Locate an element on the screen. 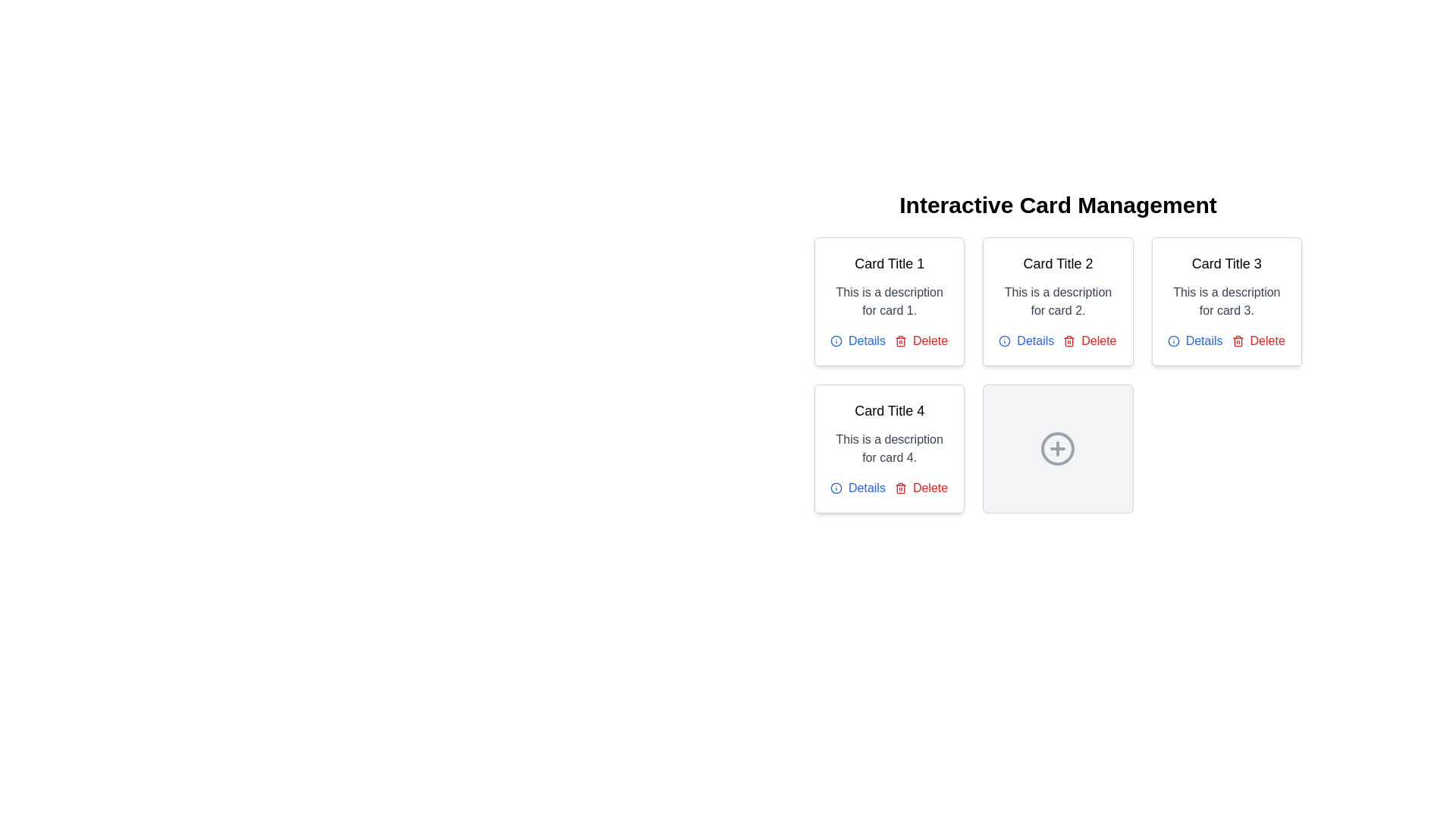 The image size is (1456, 819). the small circular information icon with a blue outline located to the left of the 'Details' text in the interactive elements of 'Card Title 4' is located at coordinates (1172, 341).